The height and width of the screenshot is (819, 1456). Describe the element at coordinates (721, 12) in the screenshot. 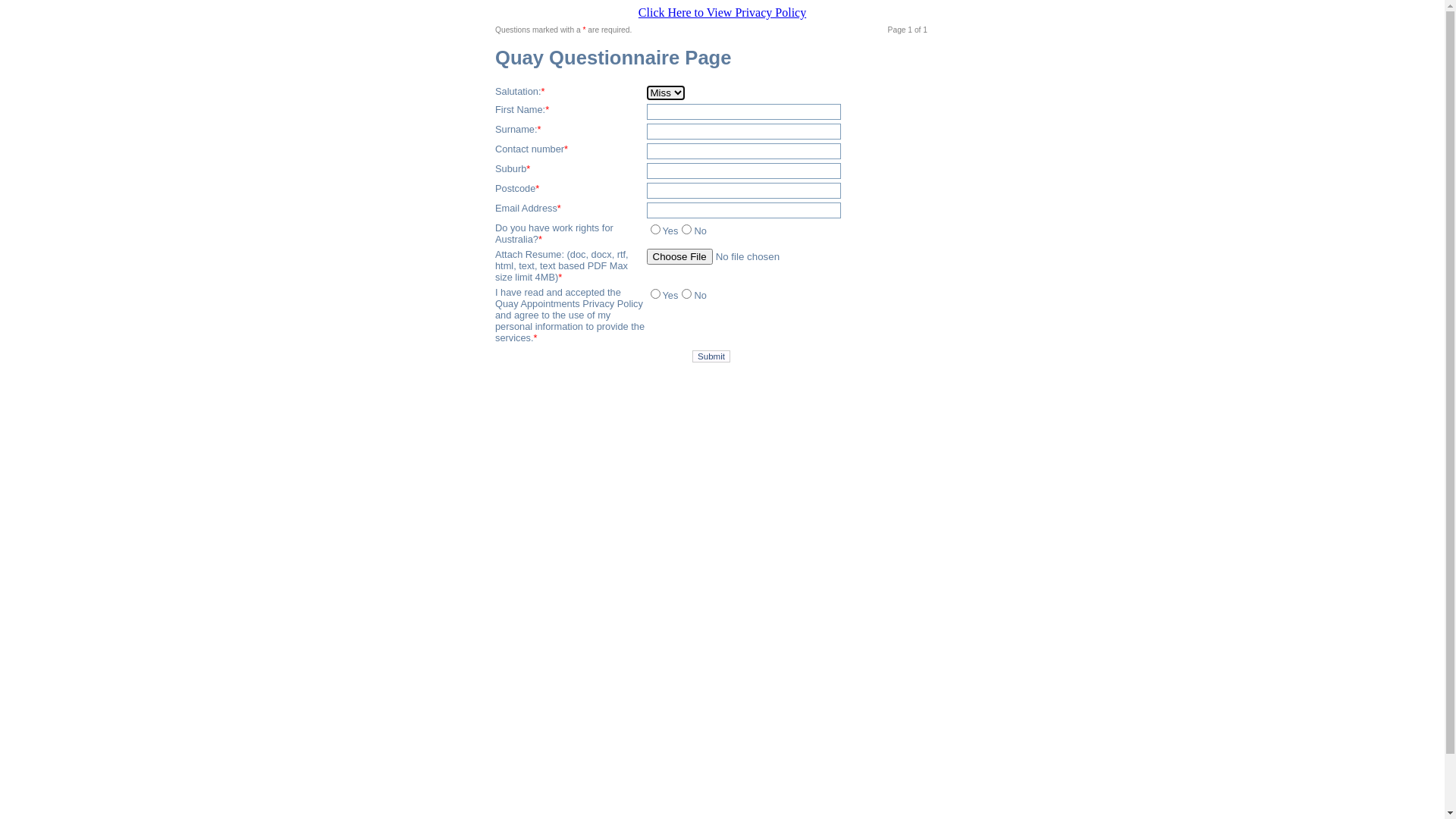

I see `'Click Here to View Privacy Policy'` at that location.